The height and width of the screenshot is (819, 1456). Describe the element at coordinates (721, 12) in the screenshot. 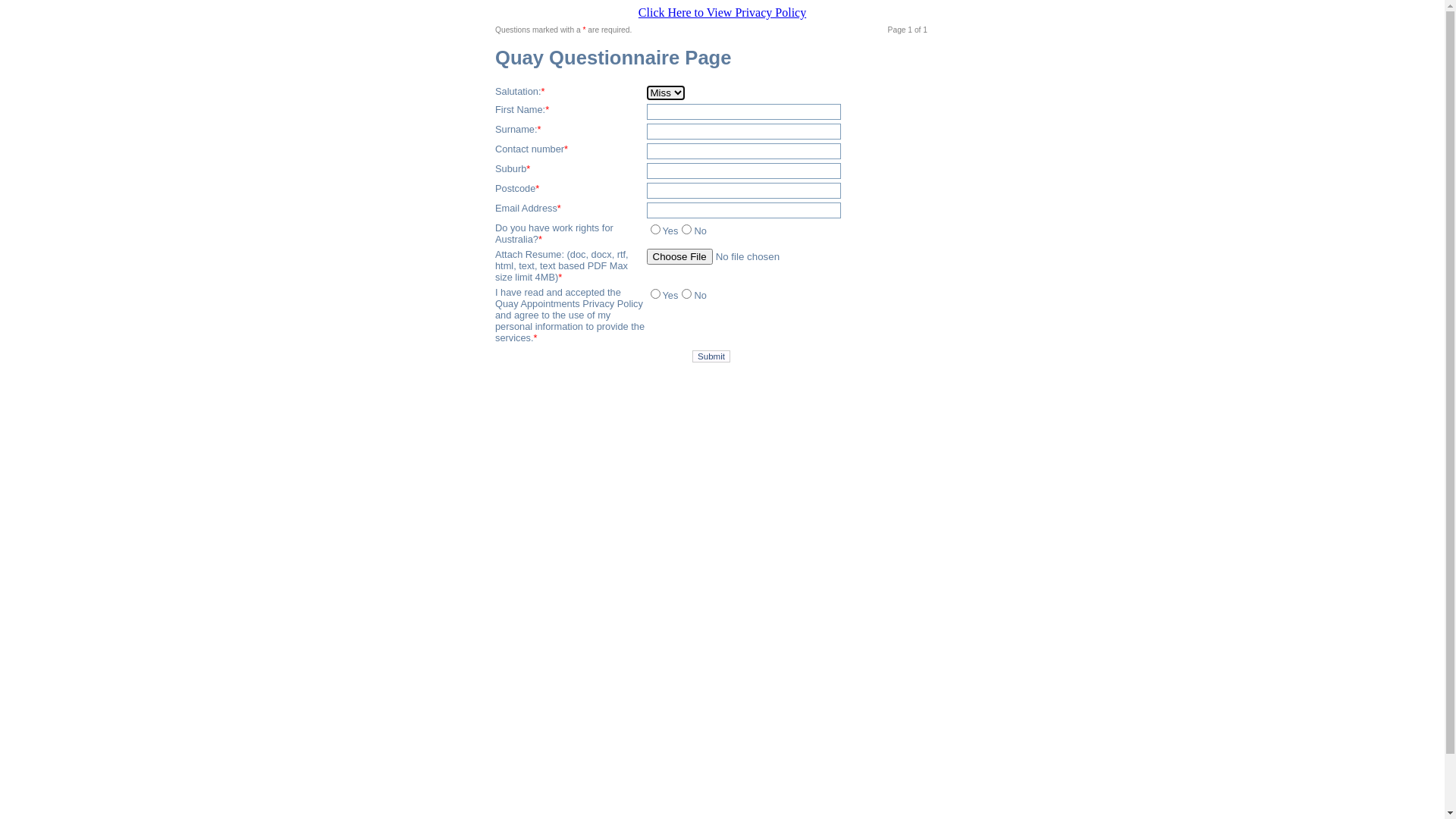

I see `'Click Here to View Privacy Policy'` at that location.